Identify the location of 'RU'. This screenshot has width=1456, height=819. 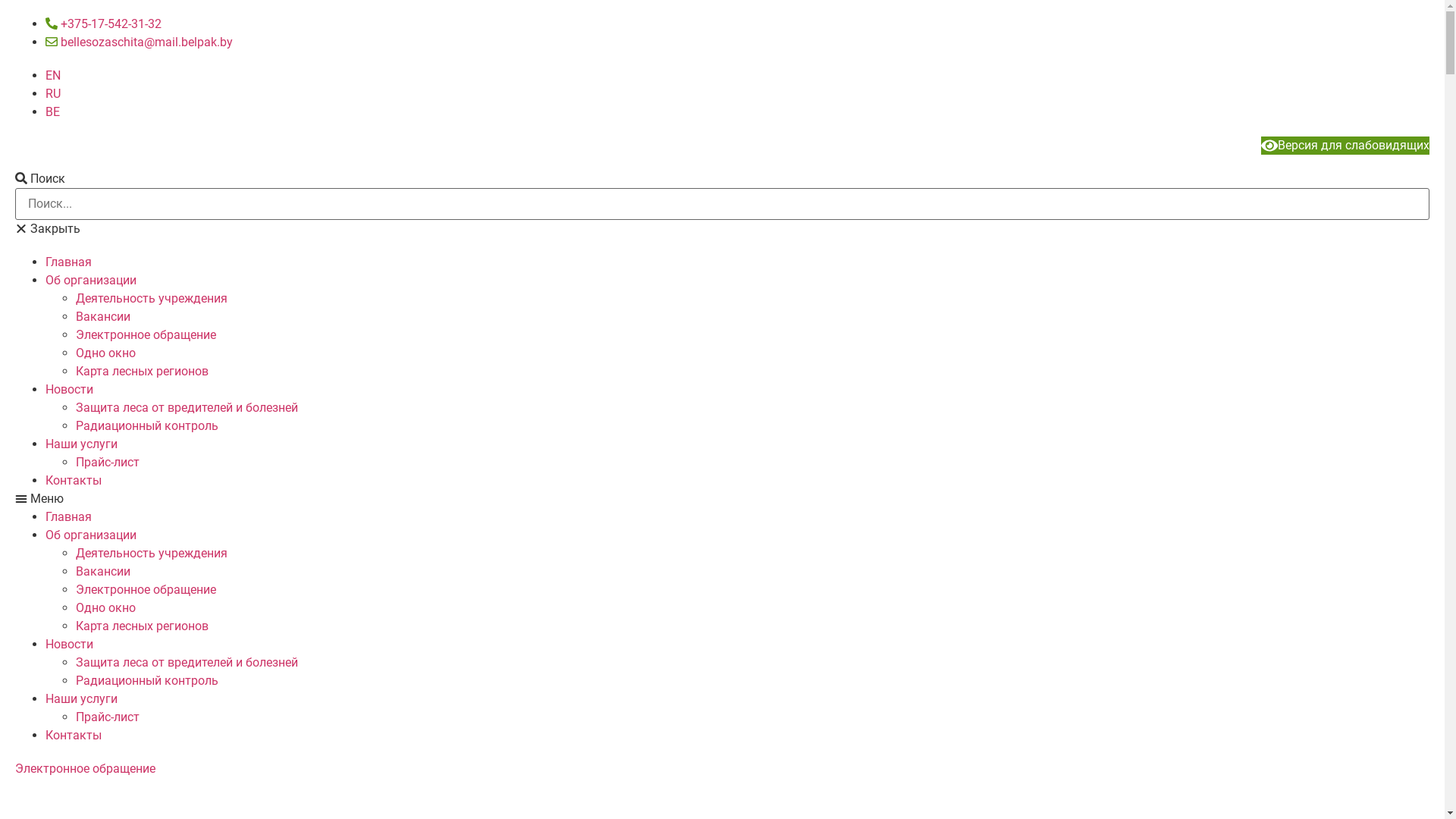
(53, 93).